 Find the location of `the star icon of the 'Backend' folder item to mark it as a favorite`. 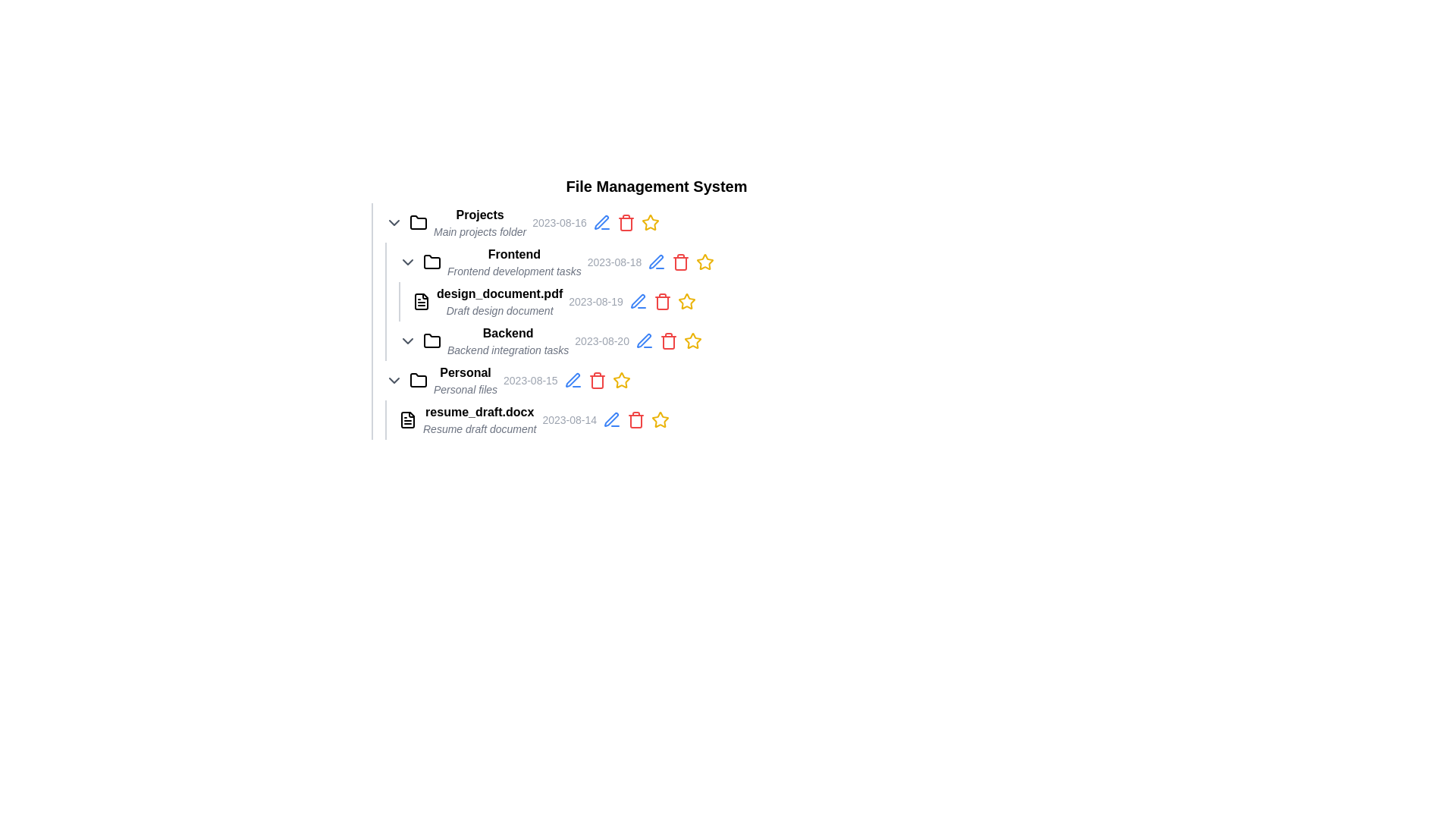

the star icon of the 'Backend' folder item to mark it as a favorite is located at coordinates (669, 341).